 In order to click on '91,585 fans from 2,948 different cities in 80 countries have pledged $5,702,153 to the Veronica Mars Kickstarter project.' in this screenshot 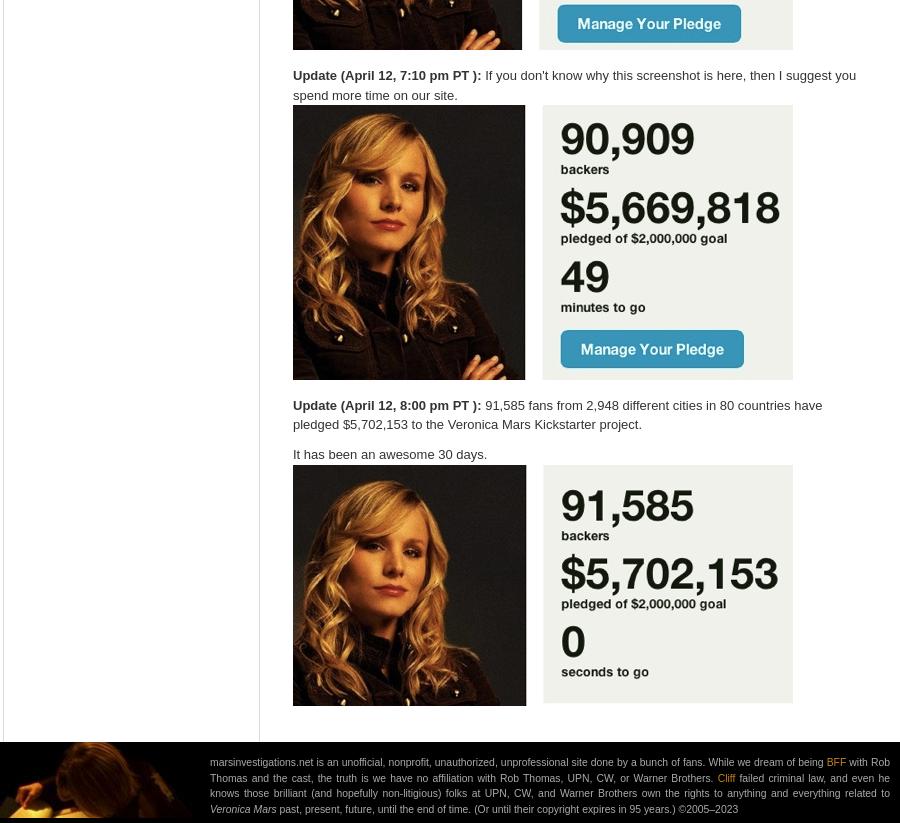, I will do `click(556, 414)`.